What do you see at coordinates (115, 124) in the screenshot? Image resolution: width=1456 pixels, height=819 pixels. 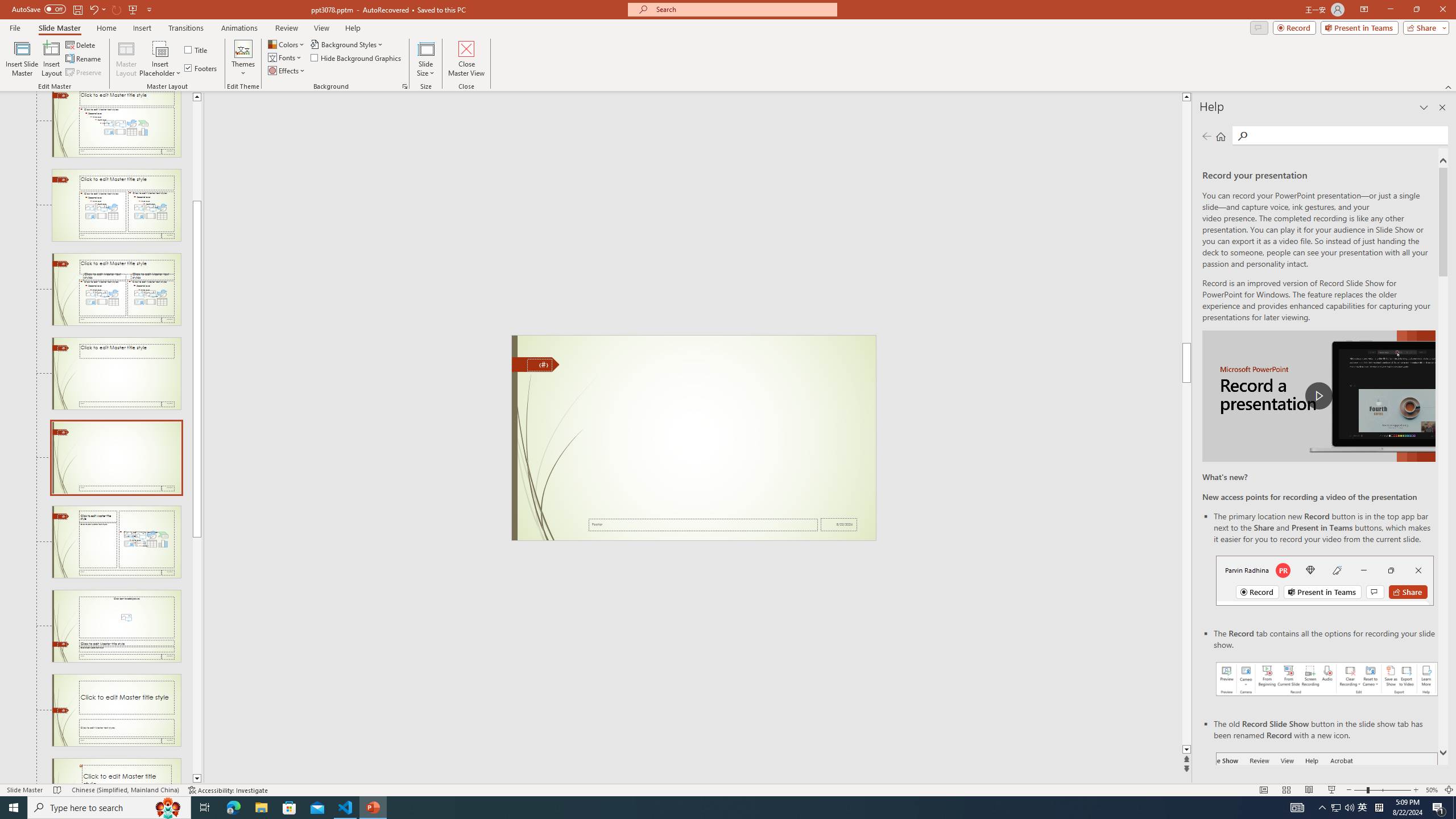 I see `'Slide Title and Content Layout: used by no slides'` at bounding box center [115, 124].